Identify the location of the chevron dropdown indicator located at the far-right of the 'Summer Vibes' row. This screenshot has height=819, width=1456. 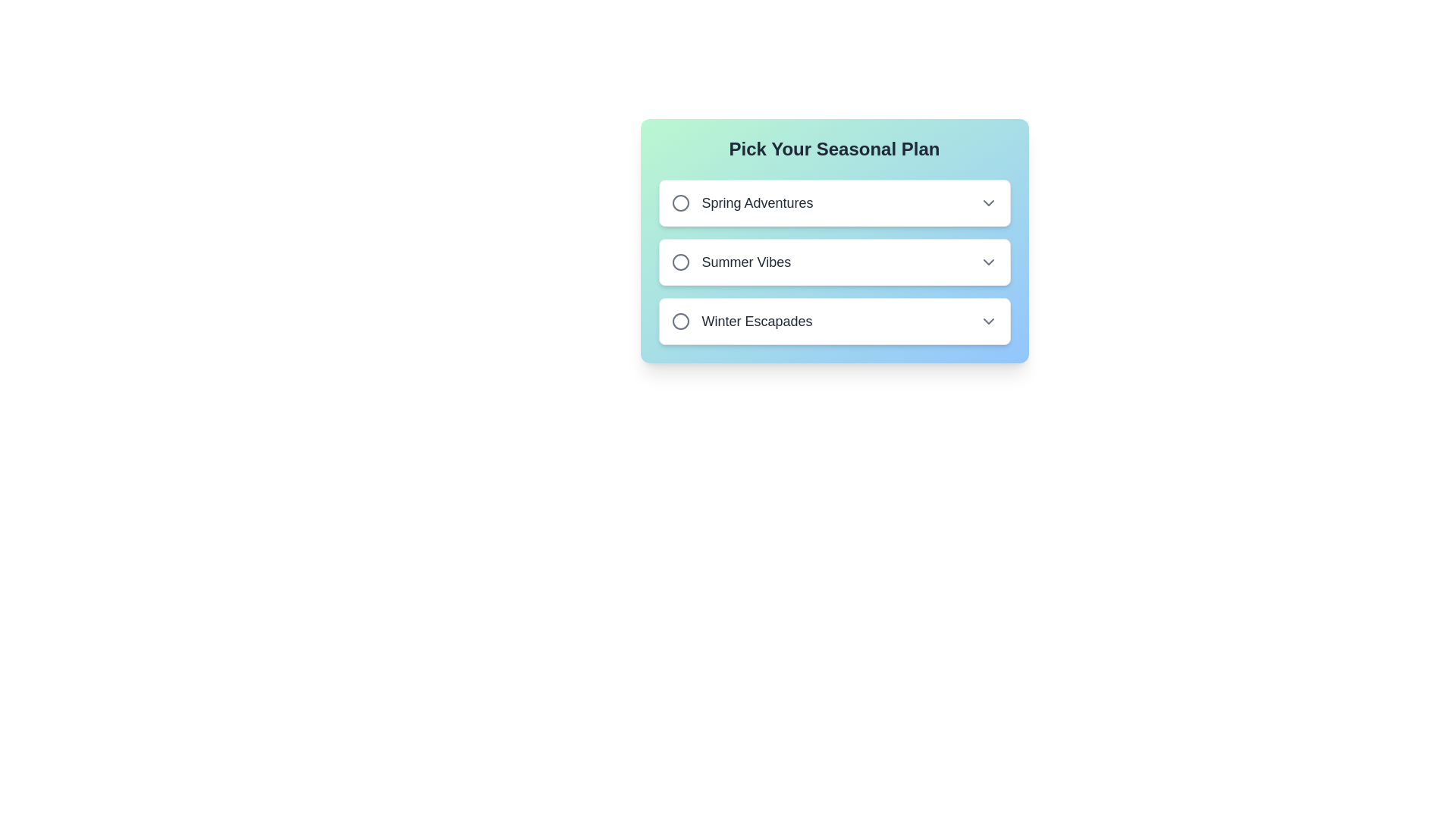
(988, 262).